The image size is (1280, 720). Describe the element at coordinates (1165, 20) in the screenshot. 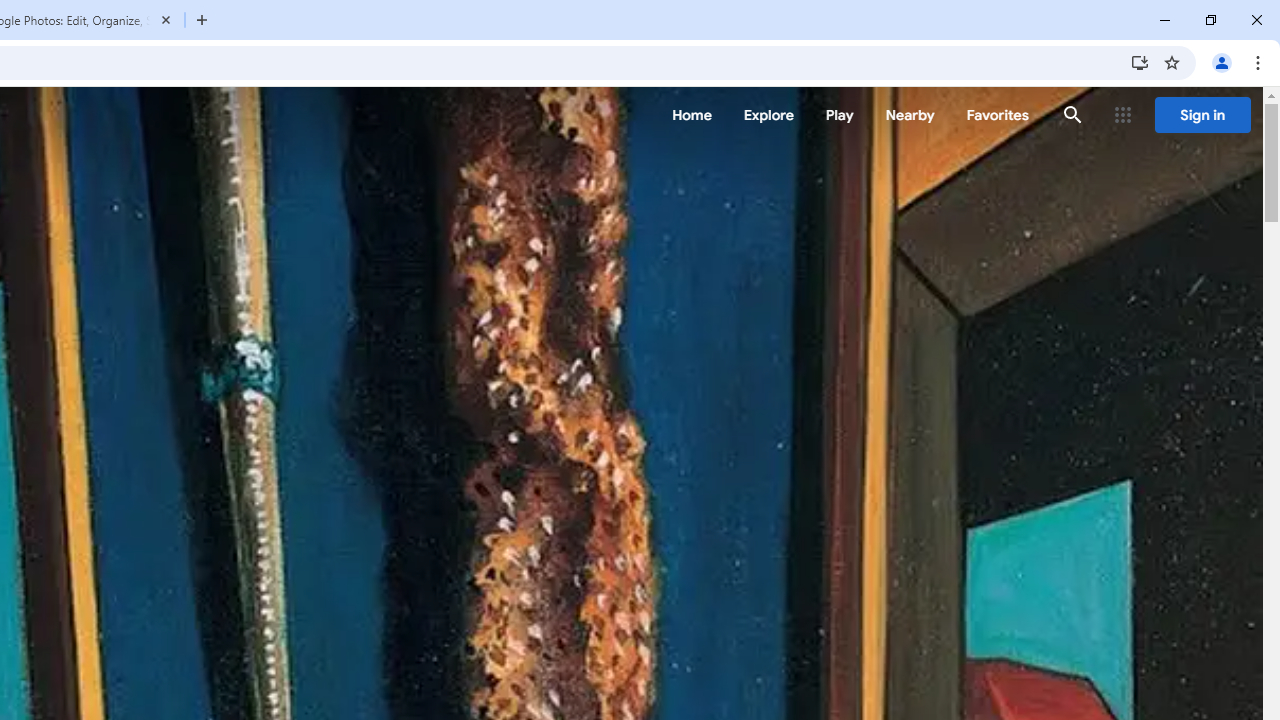

I see `'Minimize'` at that location.